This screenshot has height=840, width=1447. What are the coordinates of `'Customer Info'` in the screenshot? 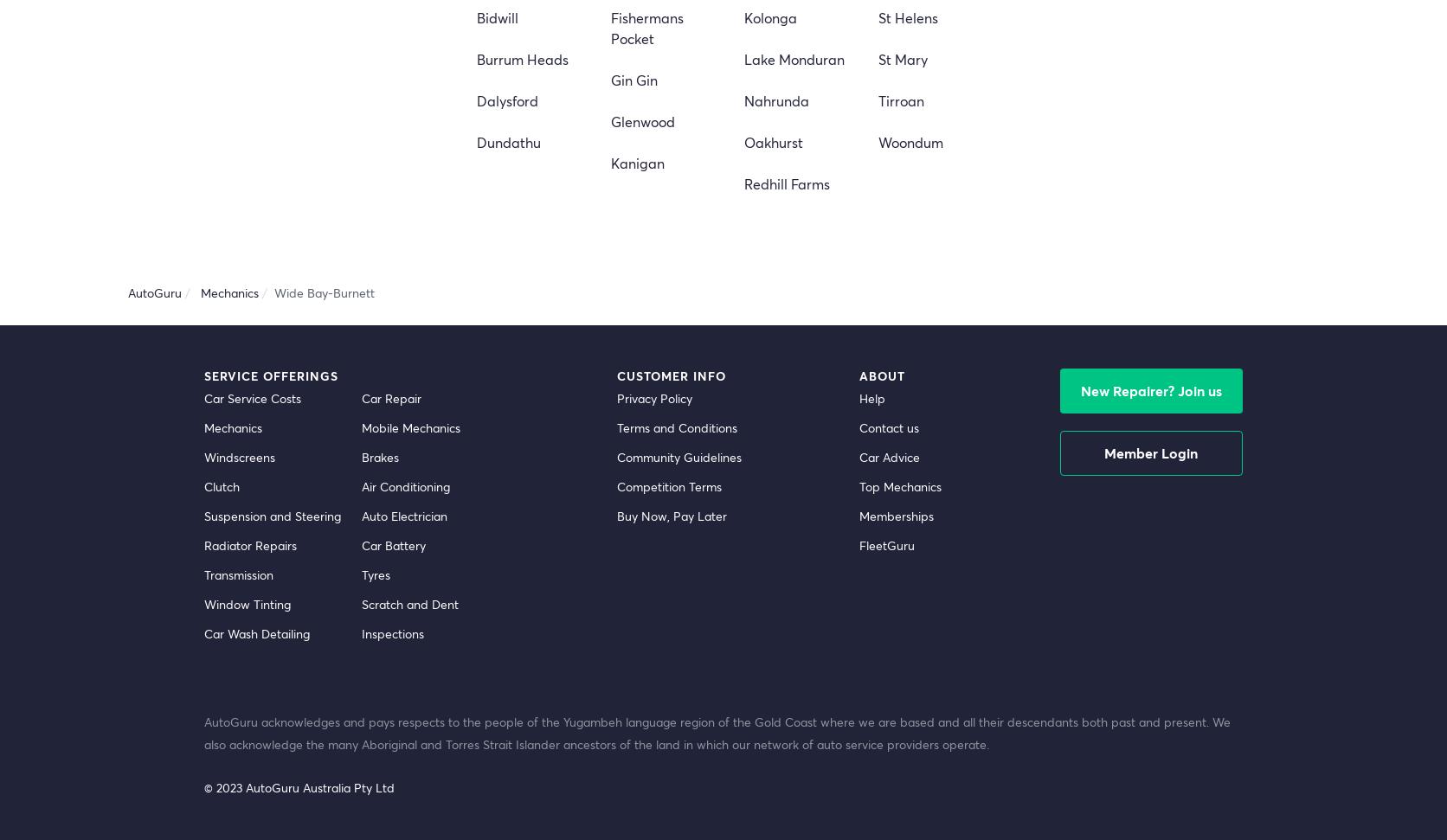 It's located at (669, 375).